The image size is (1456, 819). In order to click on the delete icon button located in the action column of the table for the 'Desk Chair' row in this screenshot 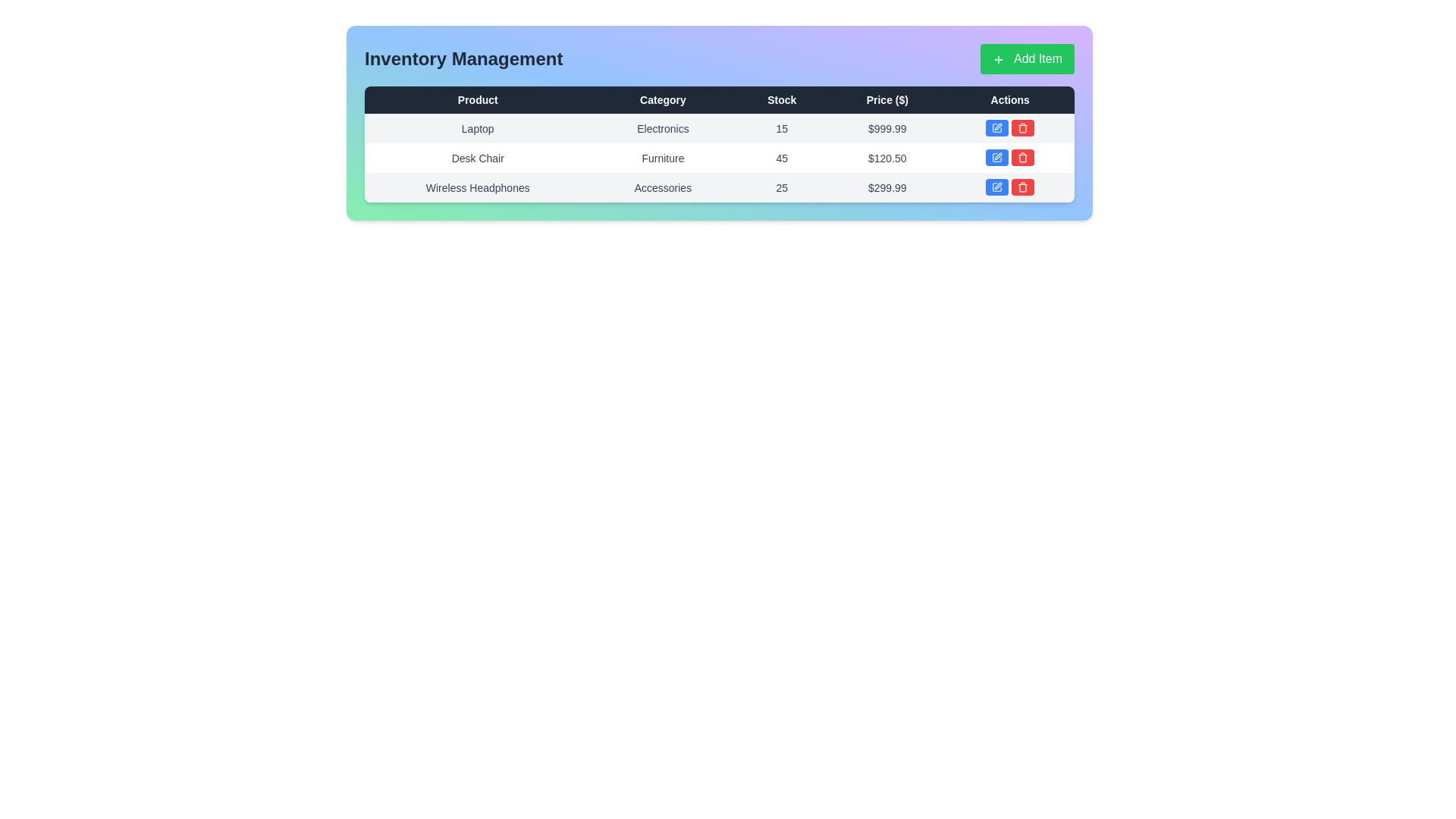, I will do `click(1023, 127)`.